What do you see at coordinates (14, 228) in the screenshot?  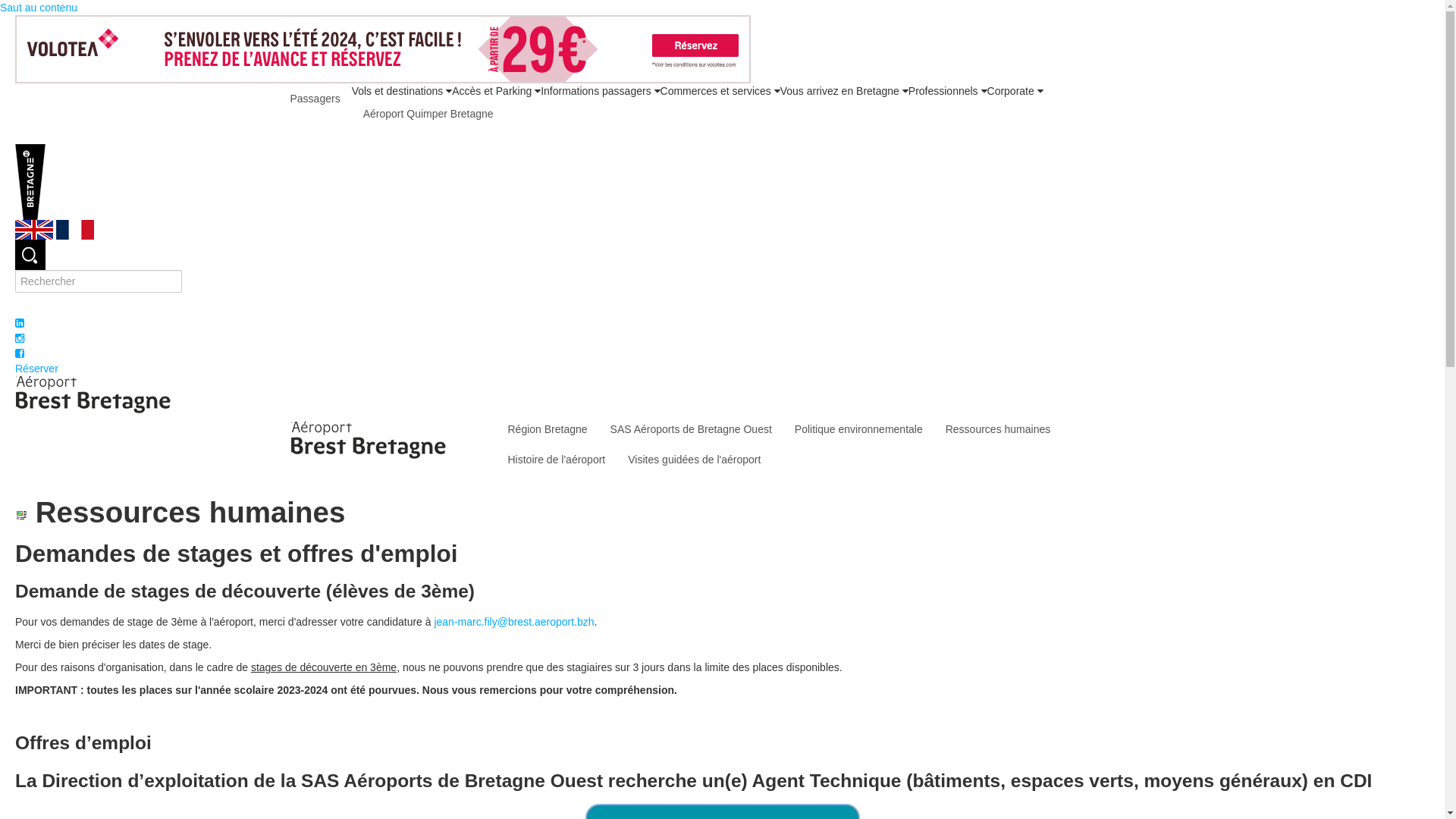 I see `'English'` at bounding box center [14, 228].